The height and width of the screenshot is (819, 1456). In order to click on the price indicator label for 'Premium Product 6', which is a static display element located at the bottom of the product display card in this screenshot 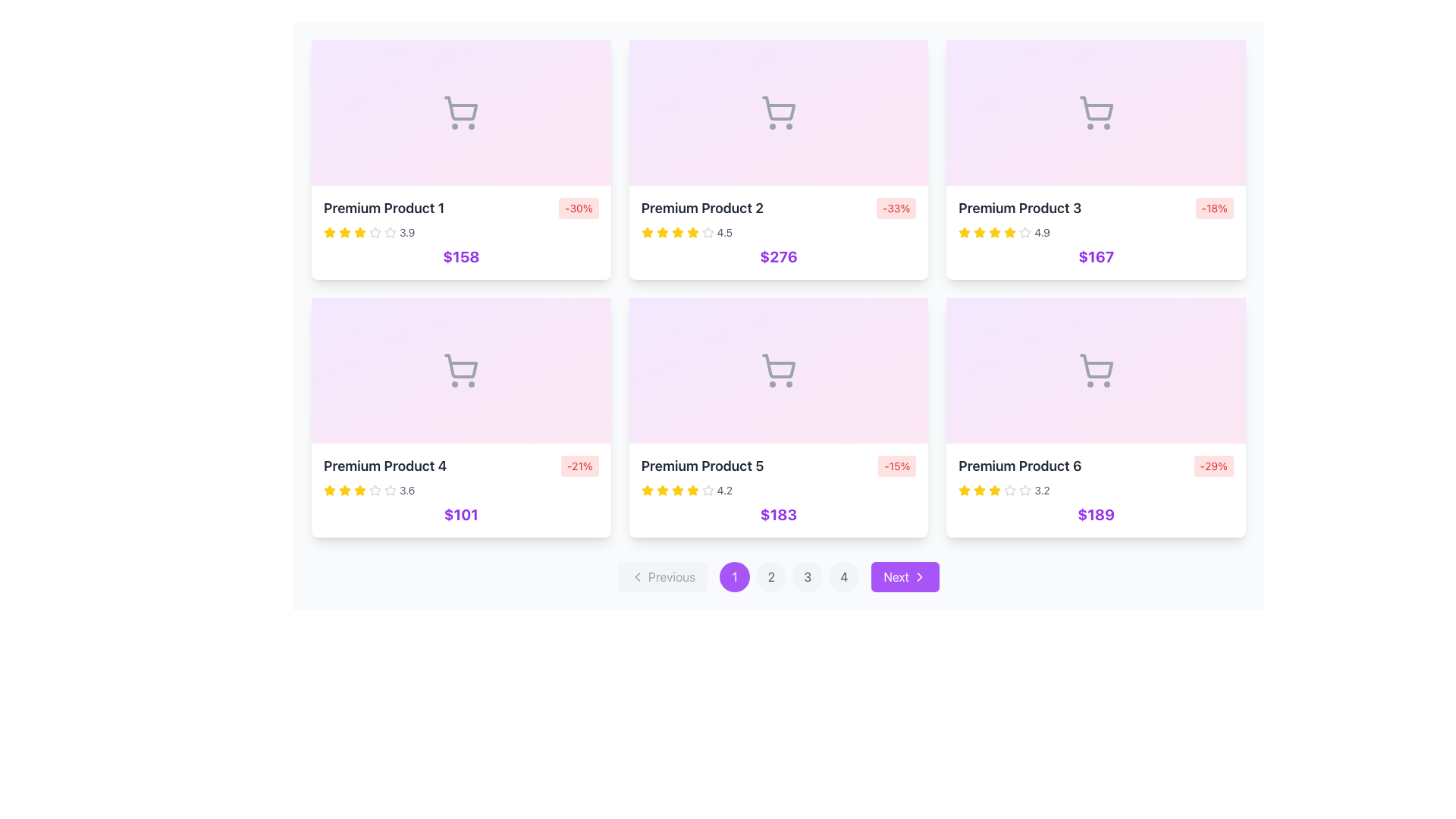, I will do `click(1096, 513)`.